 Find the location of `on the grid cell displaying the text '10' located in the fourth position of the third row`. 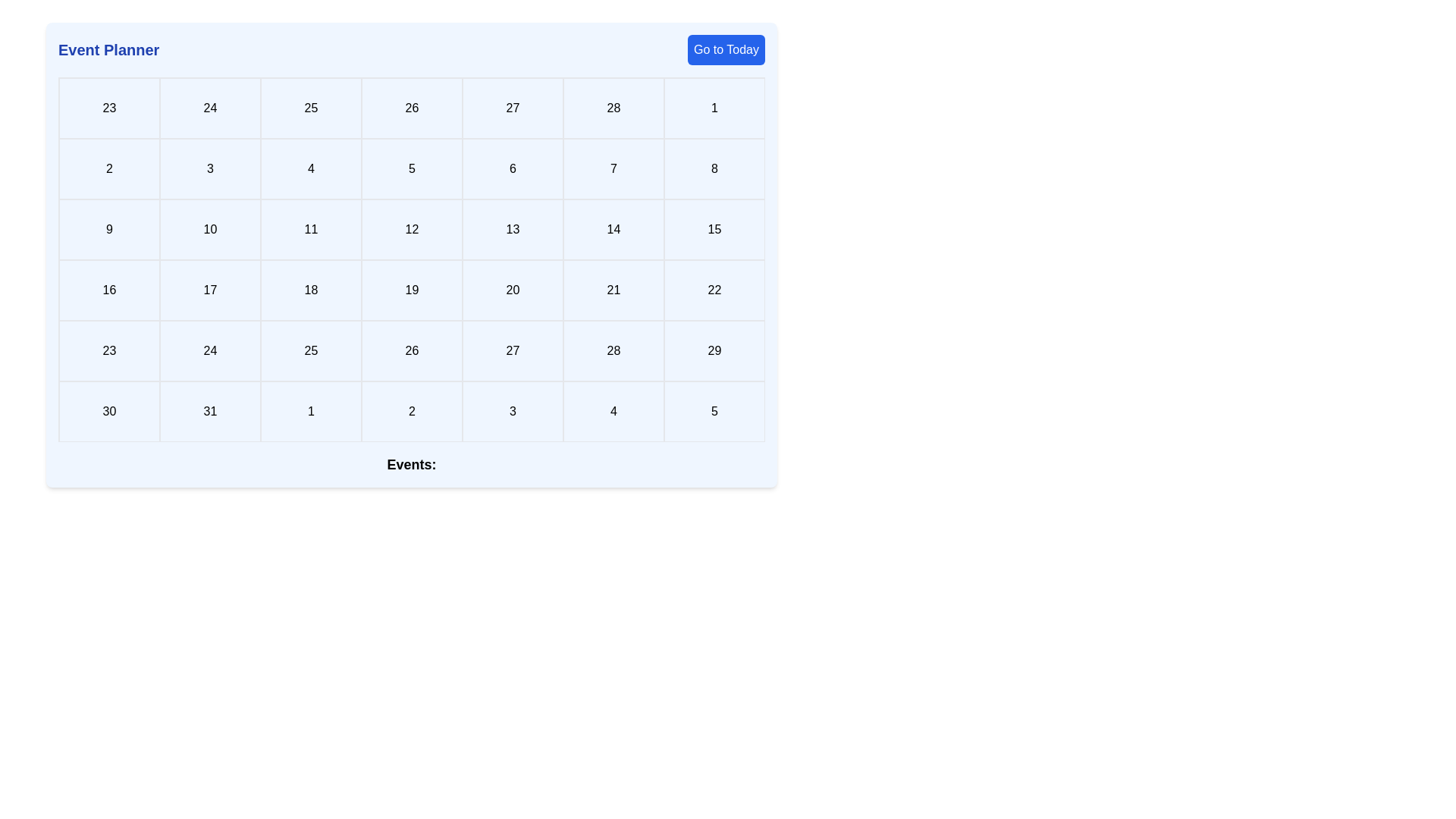

on the grid cell displaying the text '10' located in the fourth position of the third row is located at coordinates (209, 230).